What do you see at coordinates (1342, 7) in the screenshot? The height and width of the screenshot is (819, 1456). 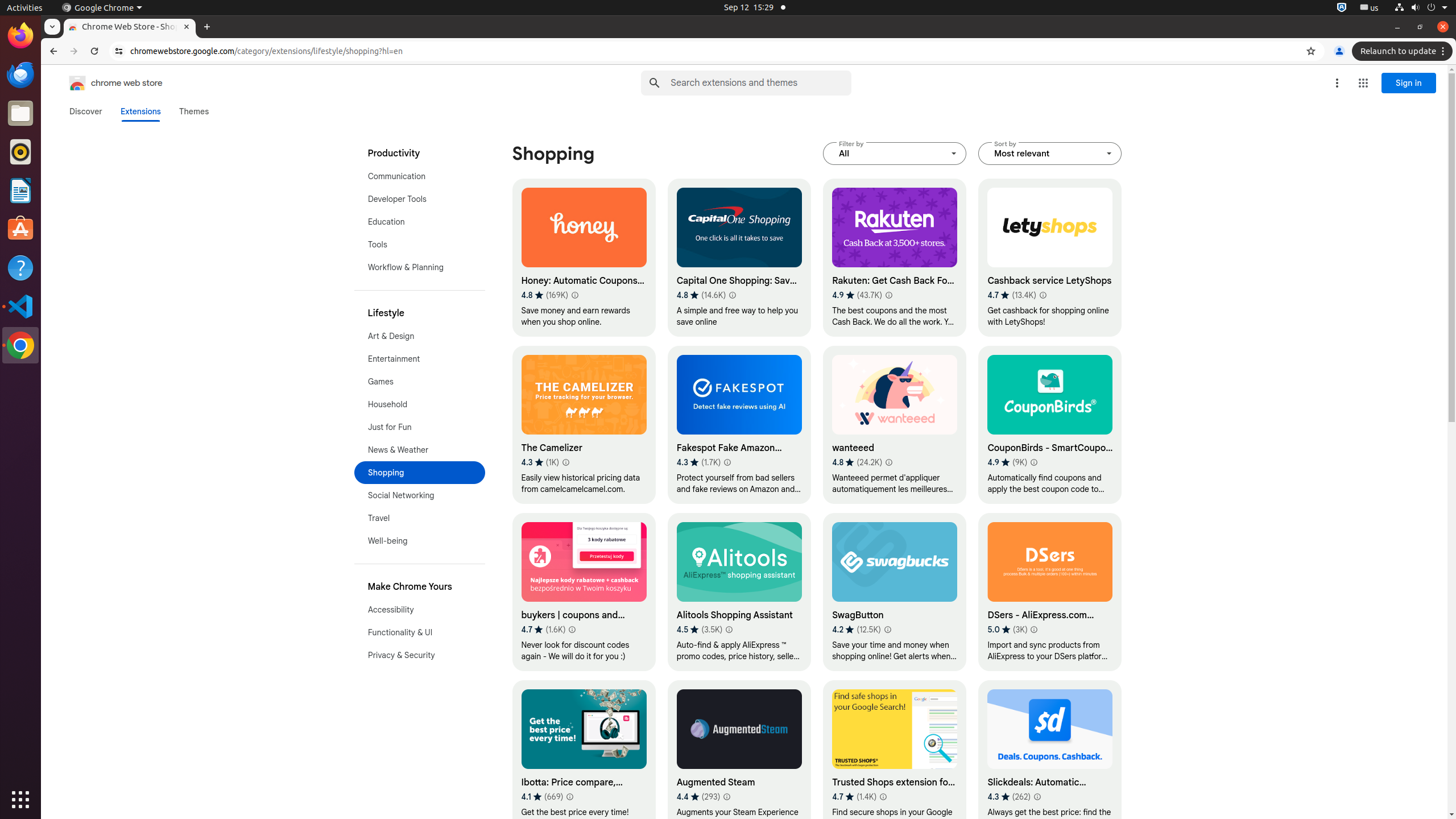 I see `':1.72/StatusNotifierItem'` at bounding box center [1342, 7].